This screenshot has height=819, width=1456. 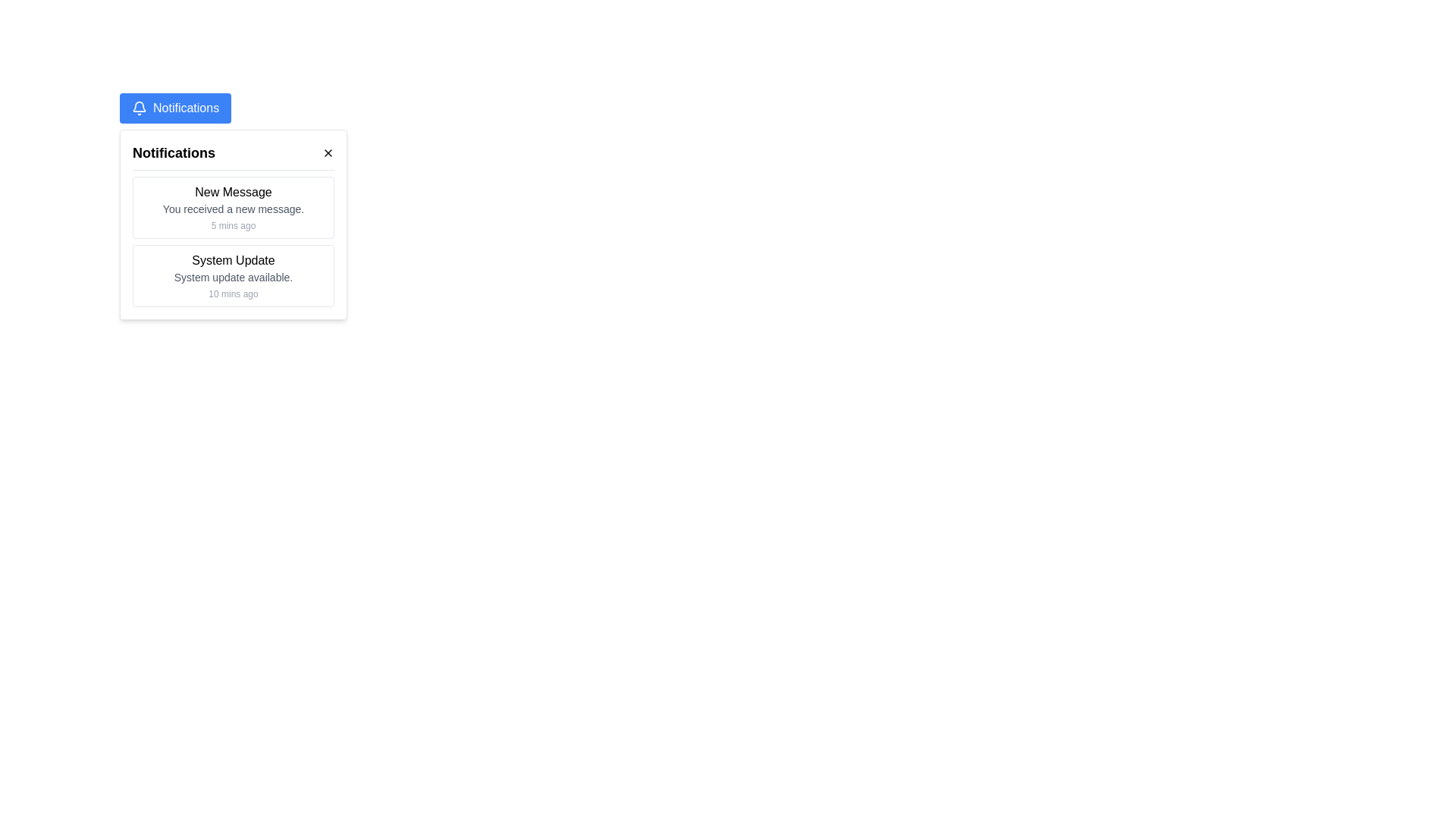 What do you see at coordinates (232, 259) in the screenshot?
I see `the title of the notification entry indicating a software or system-related update, located in the middle section of the Notifications dropdown` at bounding box center [232, 259].